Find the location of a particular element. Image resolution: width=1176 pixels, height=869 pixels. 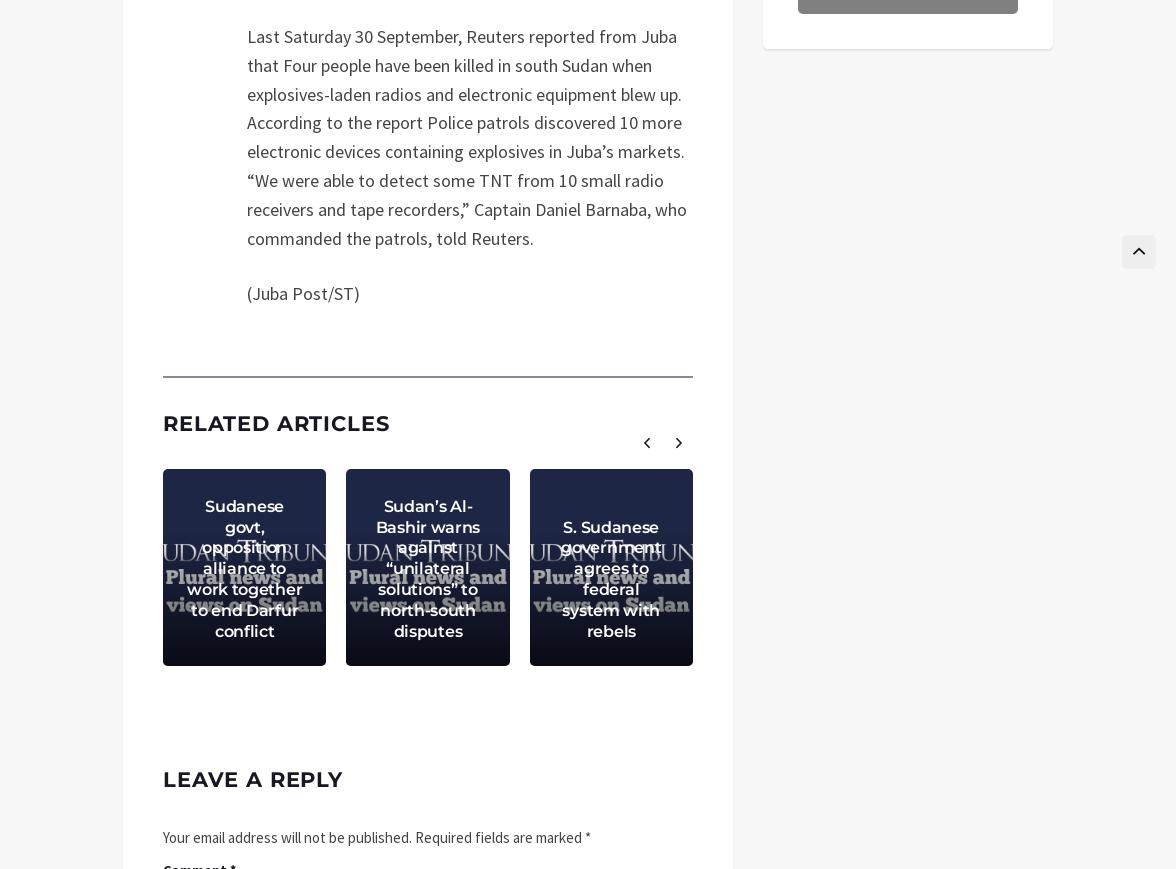

'S. Sudanese government agrees to federal system with rebels' is located at coordinates (611, 578).